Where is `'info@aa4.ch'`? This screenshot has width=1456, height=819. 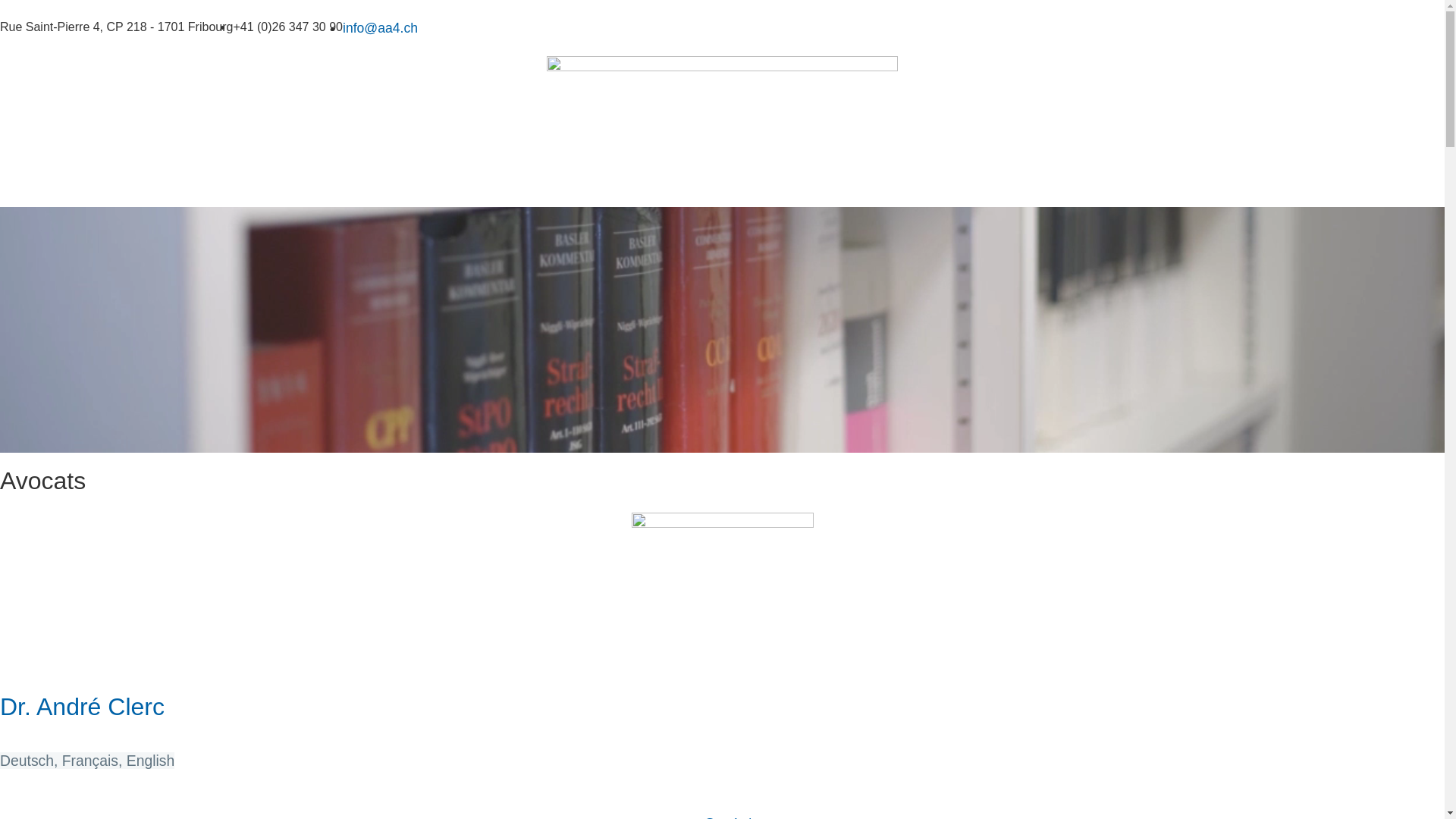
'info@aa4.ch' is located at coordinates (380, 28).